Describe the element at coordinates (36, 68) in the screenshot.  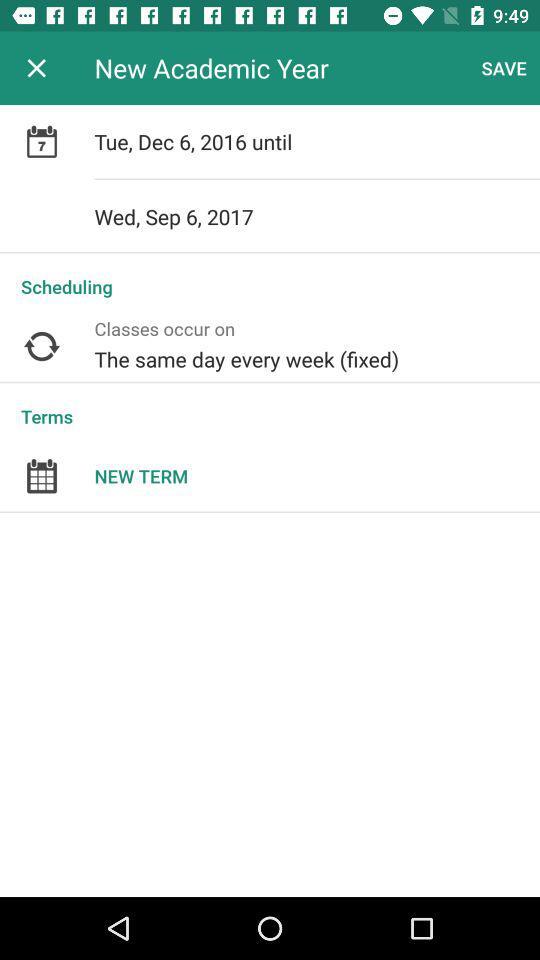
I see `the item next to new academic year` at that location.